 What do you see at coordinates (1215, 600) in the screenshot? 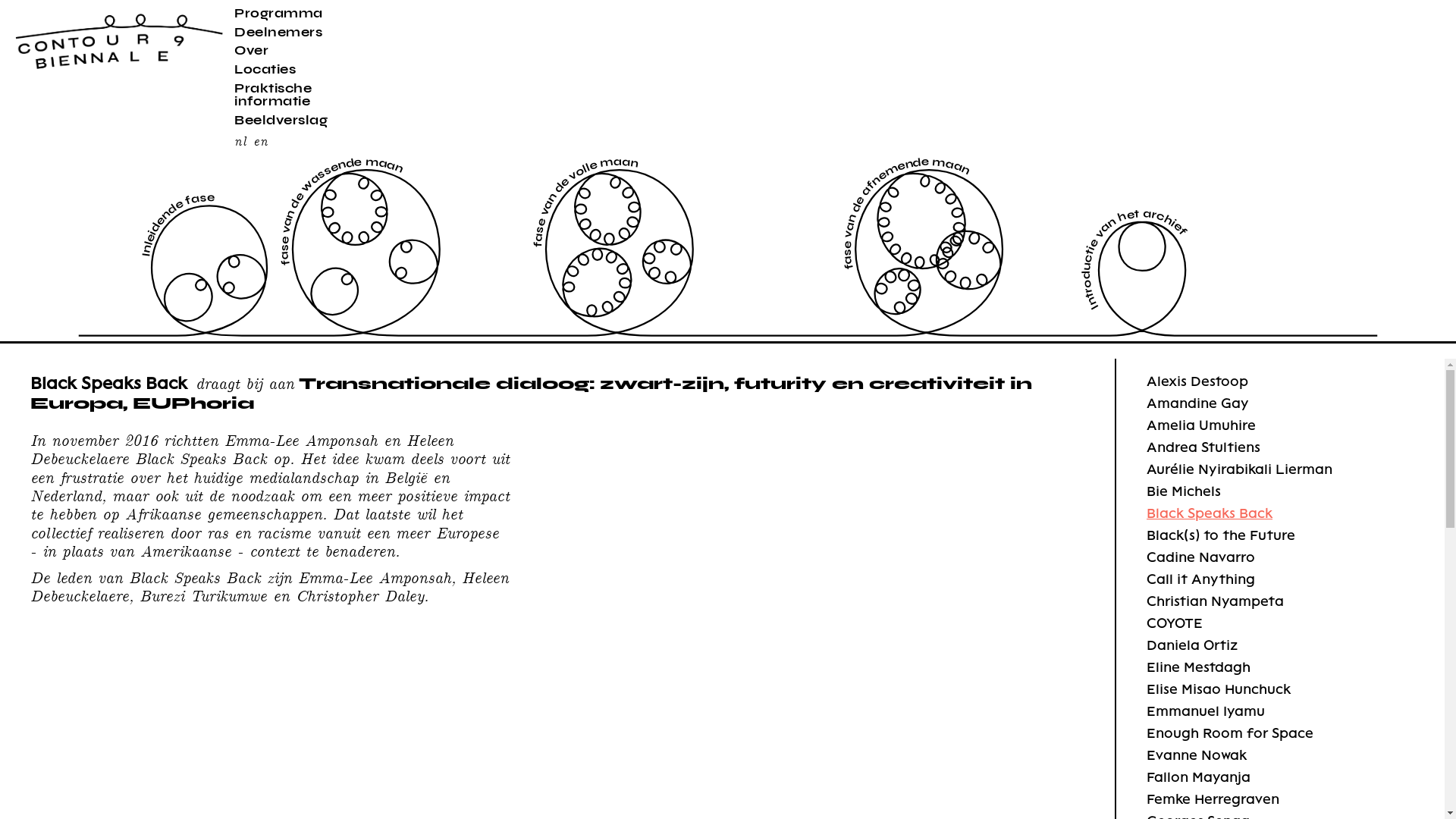
I see `'Christian Nyampeta'` at bounding box center [1215, 600].